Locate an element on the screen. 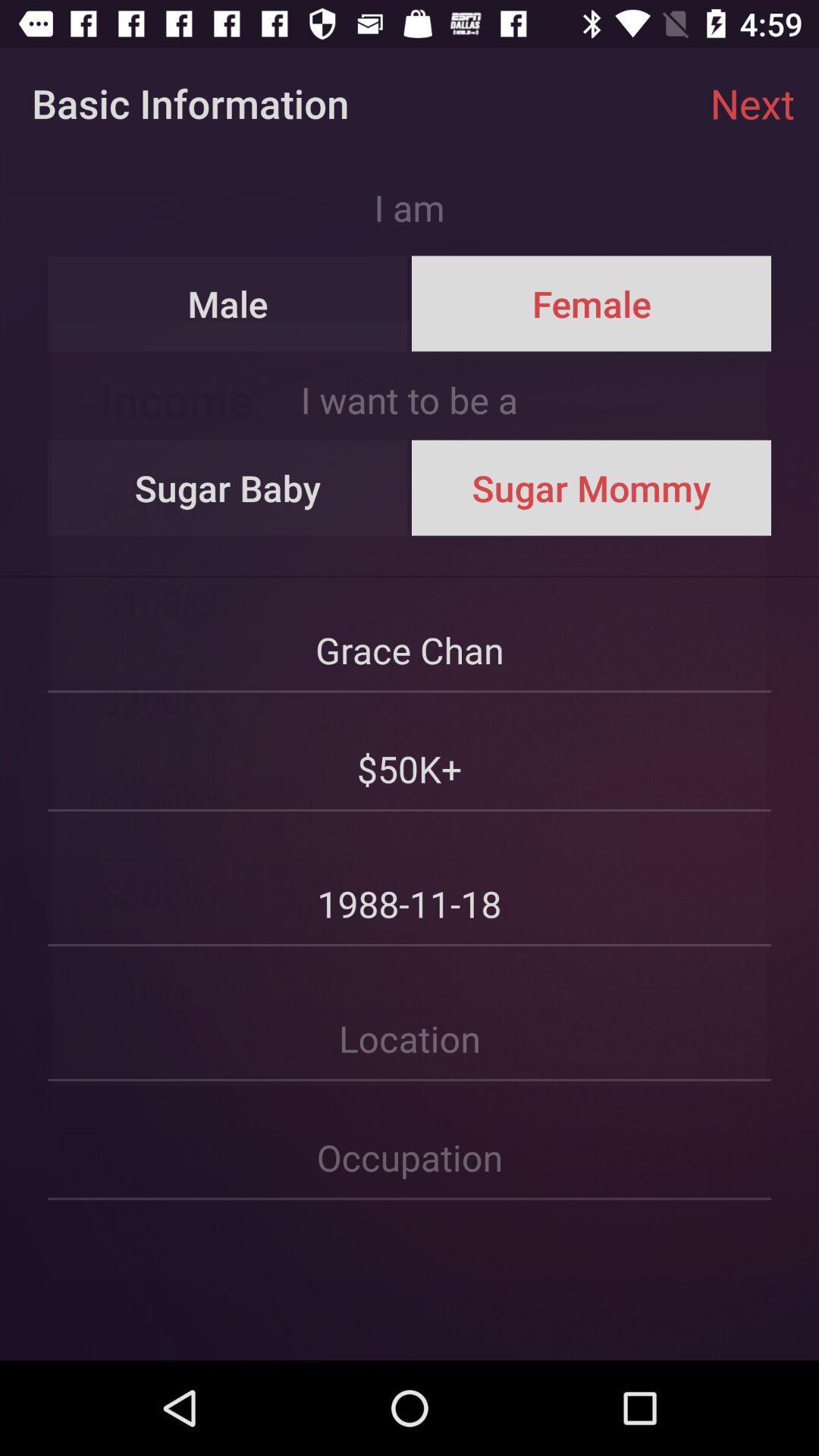 The width and height of the screenshot is (819, 1456). the item above the i want to icon is located at coordinates (590, 303).